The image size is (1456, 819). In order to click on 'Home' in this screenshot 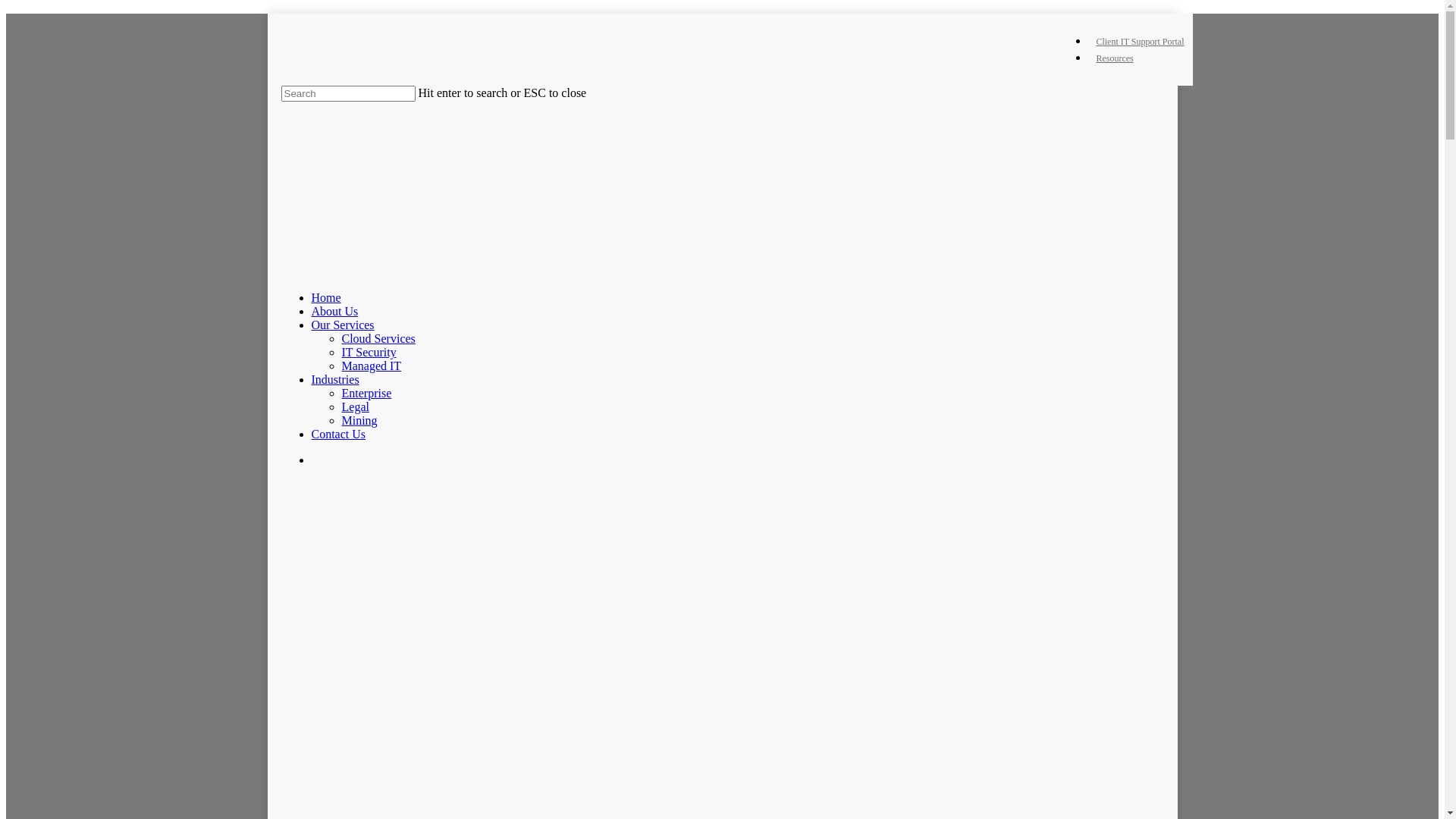, I will do `click(325, 297)`.